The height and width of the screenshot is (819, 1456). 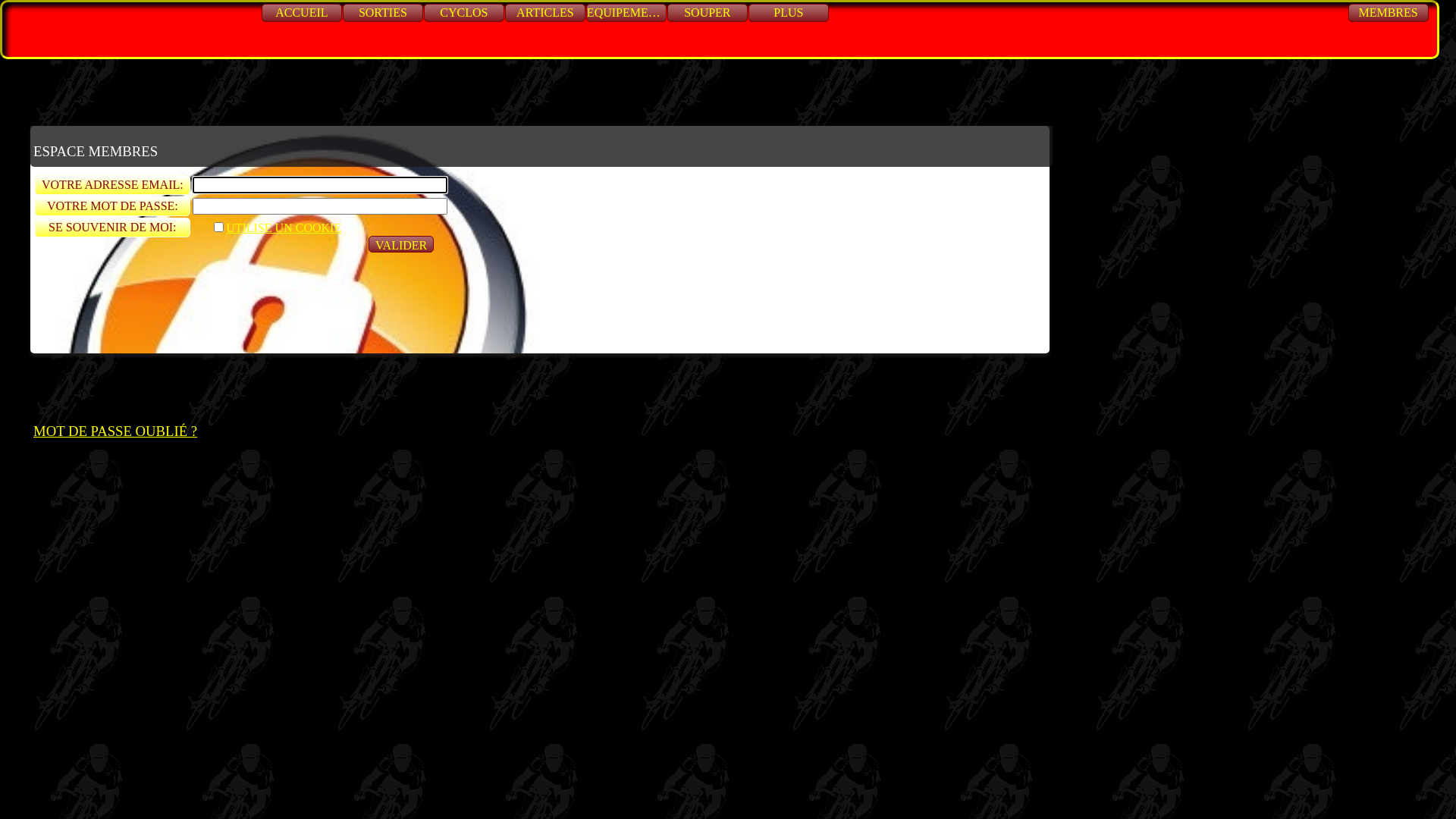 I want to click on 'Valider', so click(x=368, y=243).